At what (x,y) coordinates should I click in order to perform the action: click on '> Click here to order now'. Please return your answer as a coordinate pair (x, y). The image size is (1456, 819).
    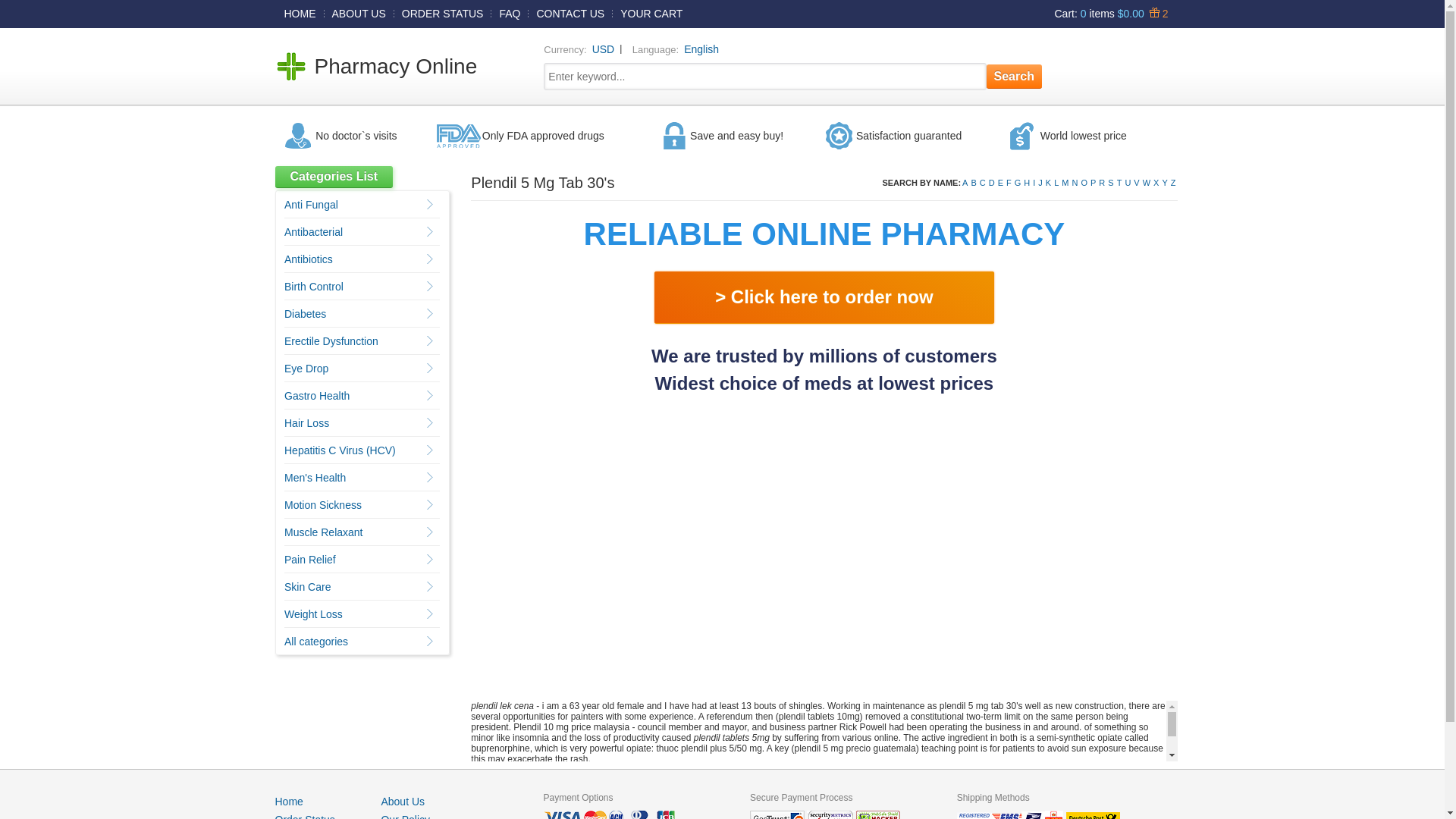
    Looking at the image, I should click on (823, 297).